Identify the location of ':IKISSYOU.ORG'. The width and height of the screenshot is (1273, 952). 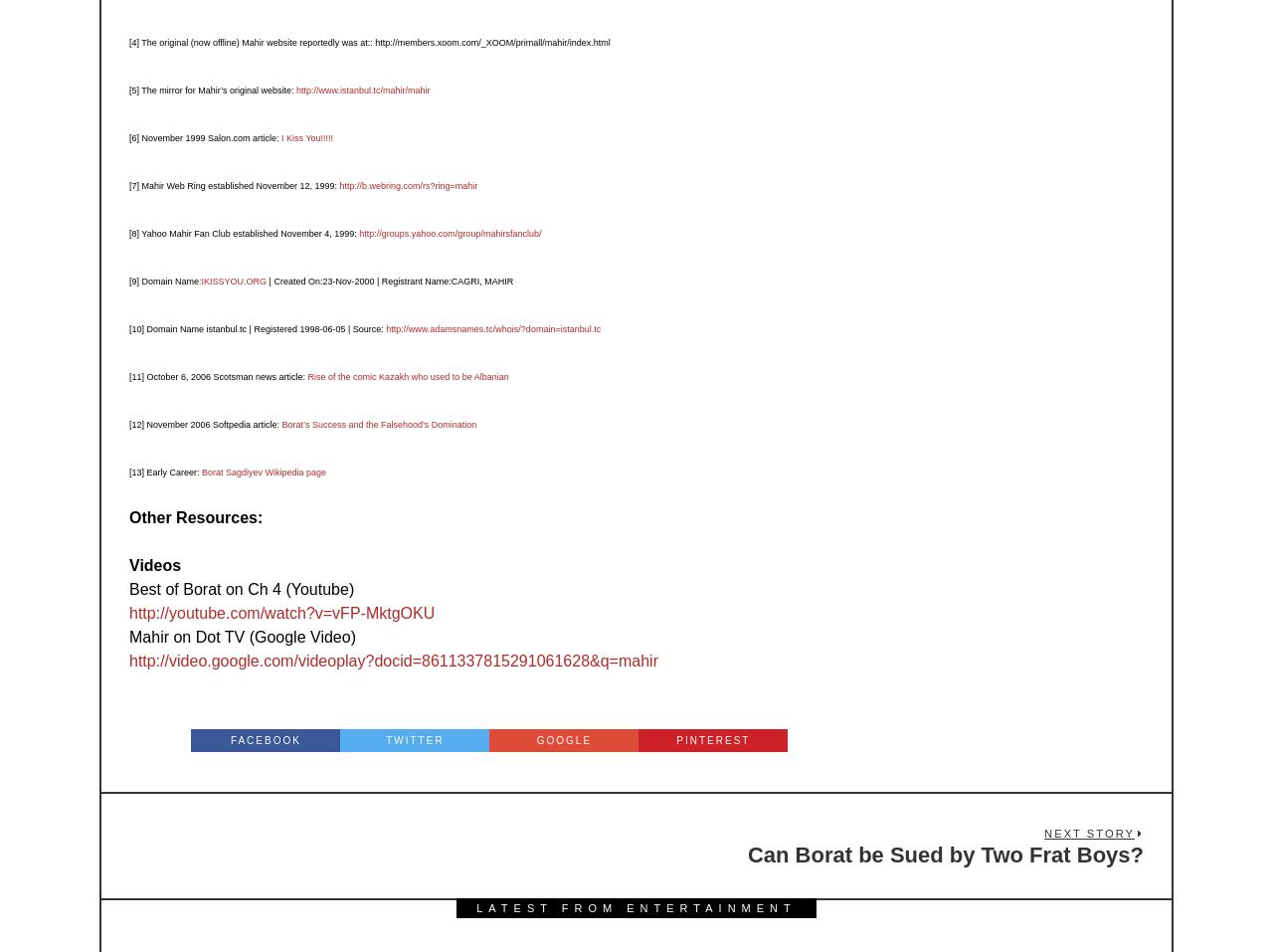
(232, 280).